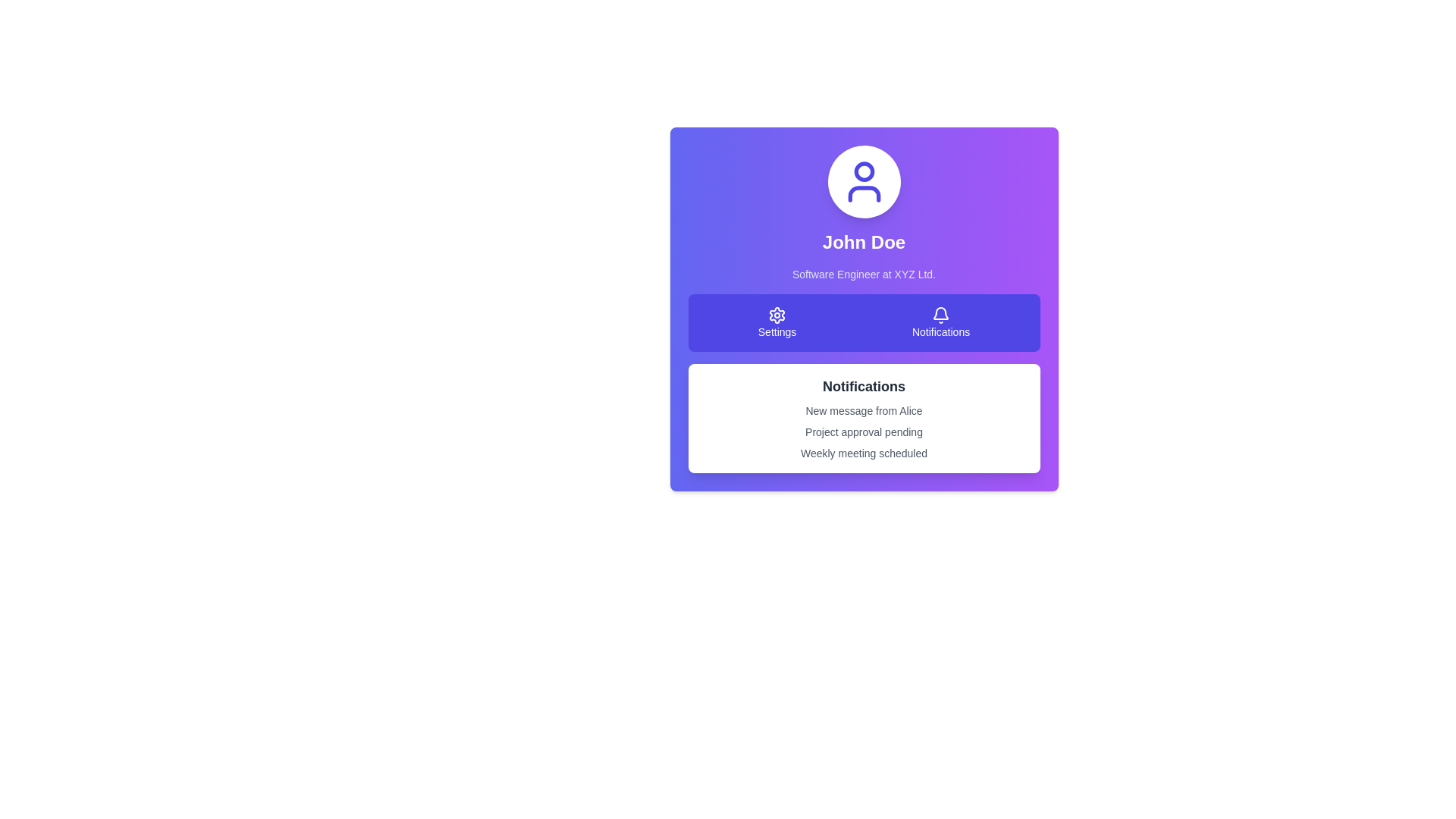  Describe the element at coordinates (864, 180) in the screenshot. I see `the user profile icon located centrally at the top of the card layout, above the text 'John Doe'` at that location.